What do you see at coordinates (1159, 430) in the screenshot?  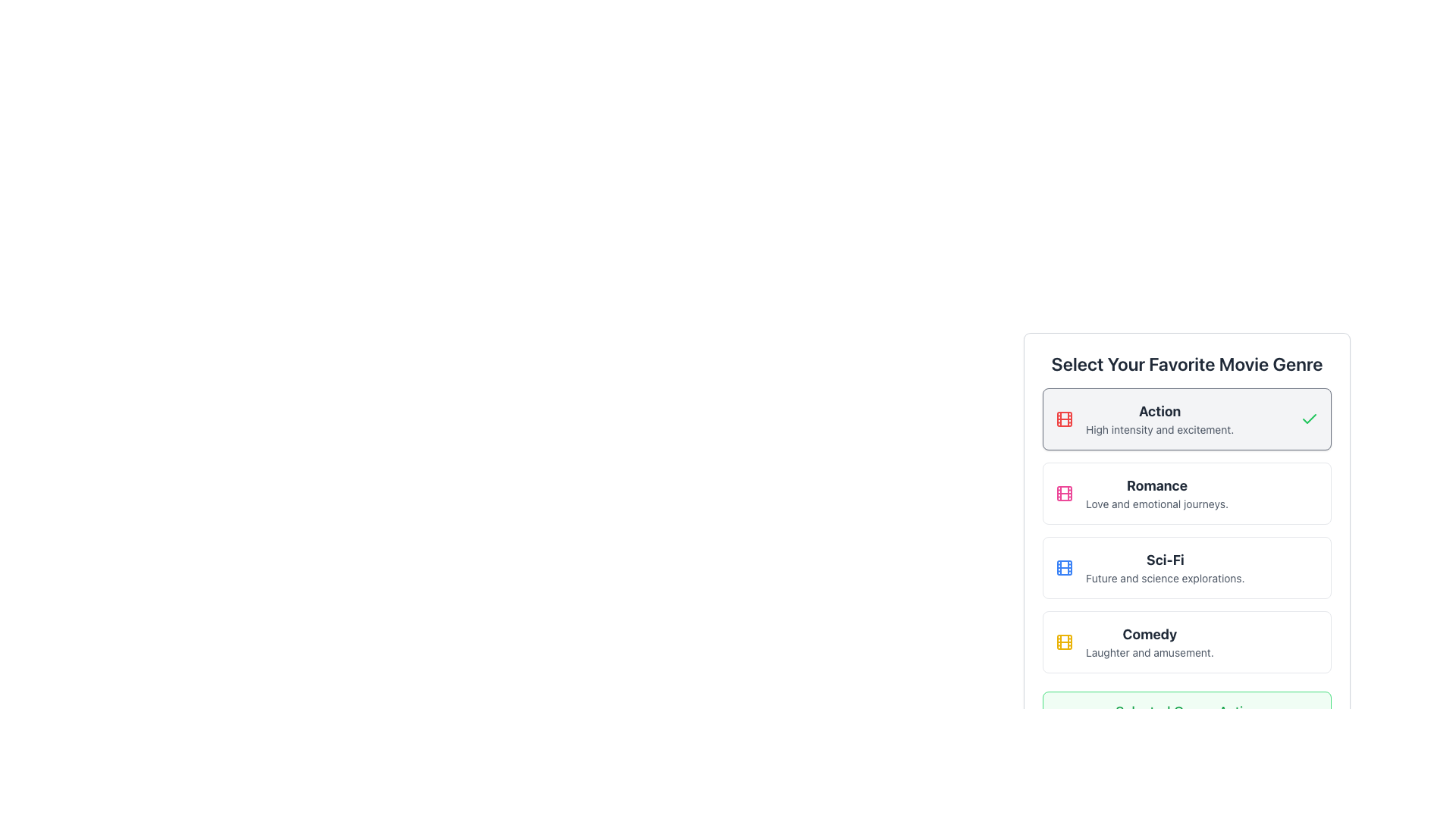 I see `static descriptive text that says 'High intensity and excitement.' positioned below the 'Action' text in the 'Select Your Favorite Movie Genre' list` at bounding box center [1159, 430].